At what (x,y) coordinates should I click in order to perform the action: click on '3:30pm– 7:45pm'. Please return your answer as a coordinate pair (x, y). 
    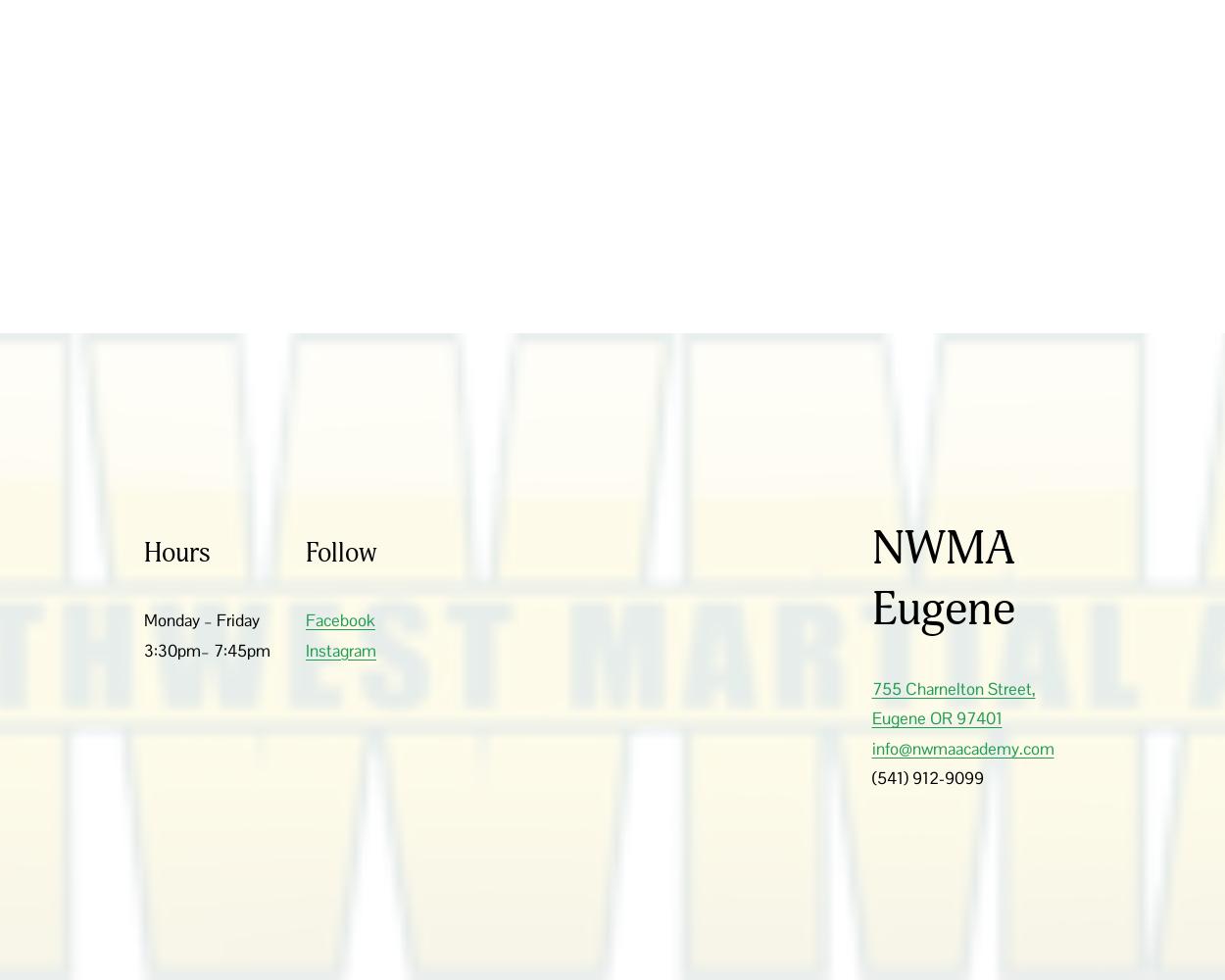
    Looking at the image, I should click on (206, 650).